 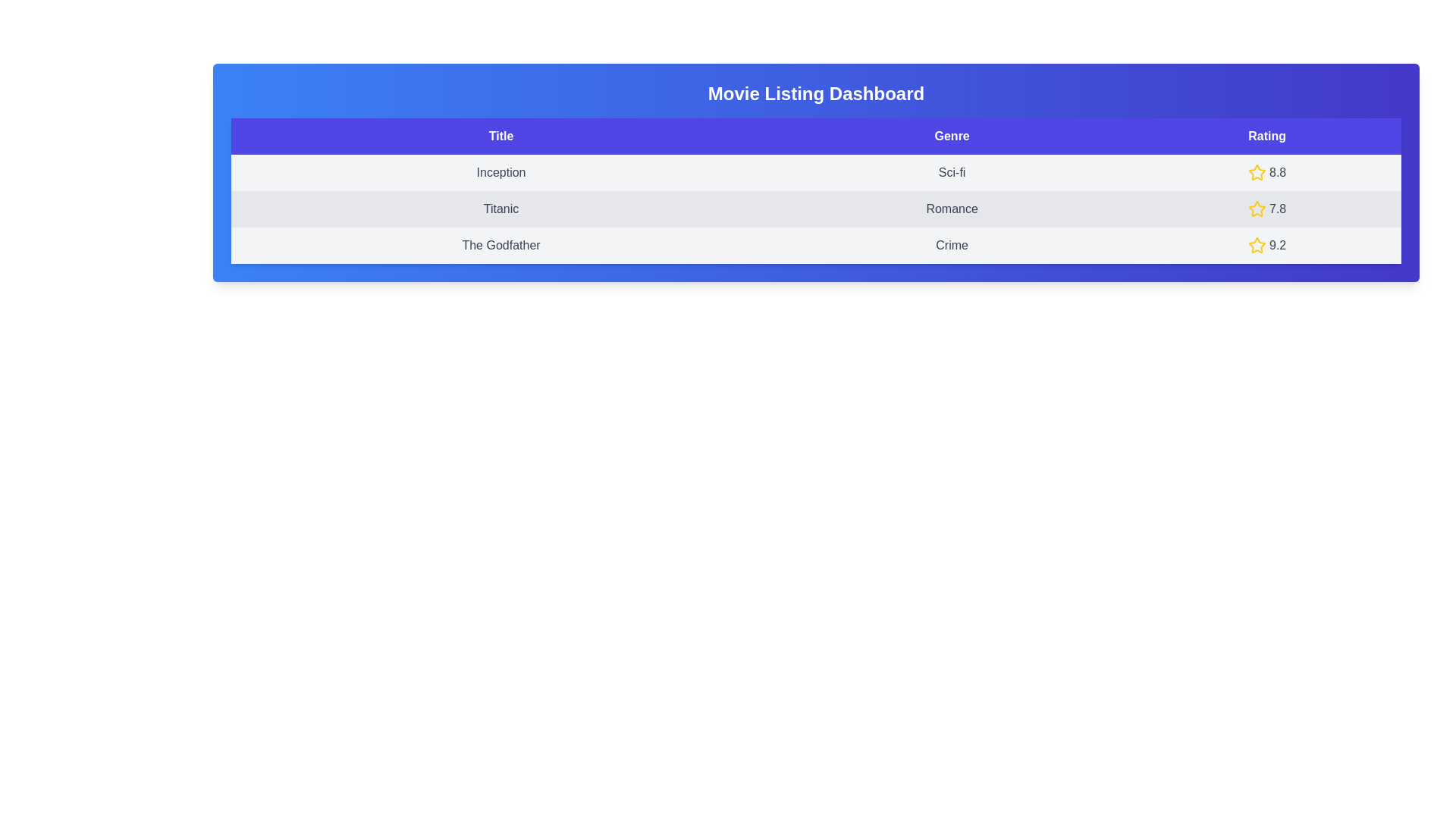 What do you see at coordinates (1267, 245) in the screenshot?
I see `rating score of '9.2' displayed alongside the yellow star icon in the 'Rating' column for the movie 'The Godfather'` at bounding box center [1267, 245].